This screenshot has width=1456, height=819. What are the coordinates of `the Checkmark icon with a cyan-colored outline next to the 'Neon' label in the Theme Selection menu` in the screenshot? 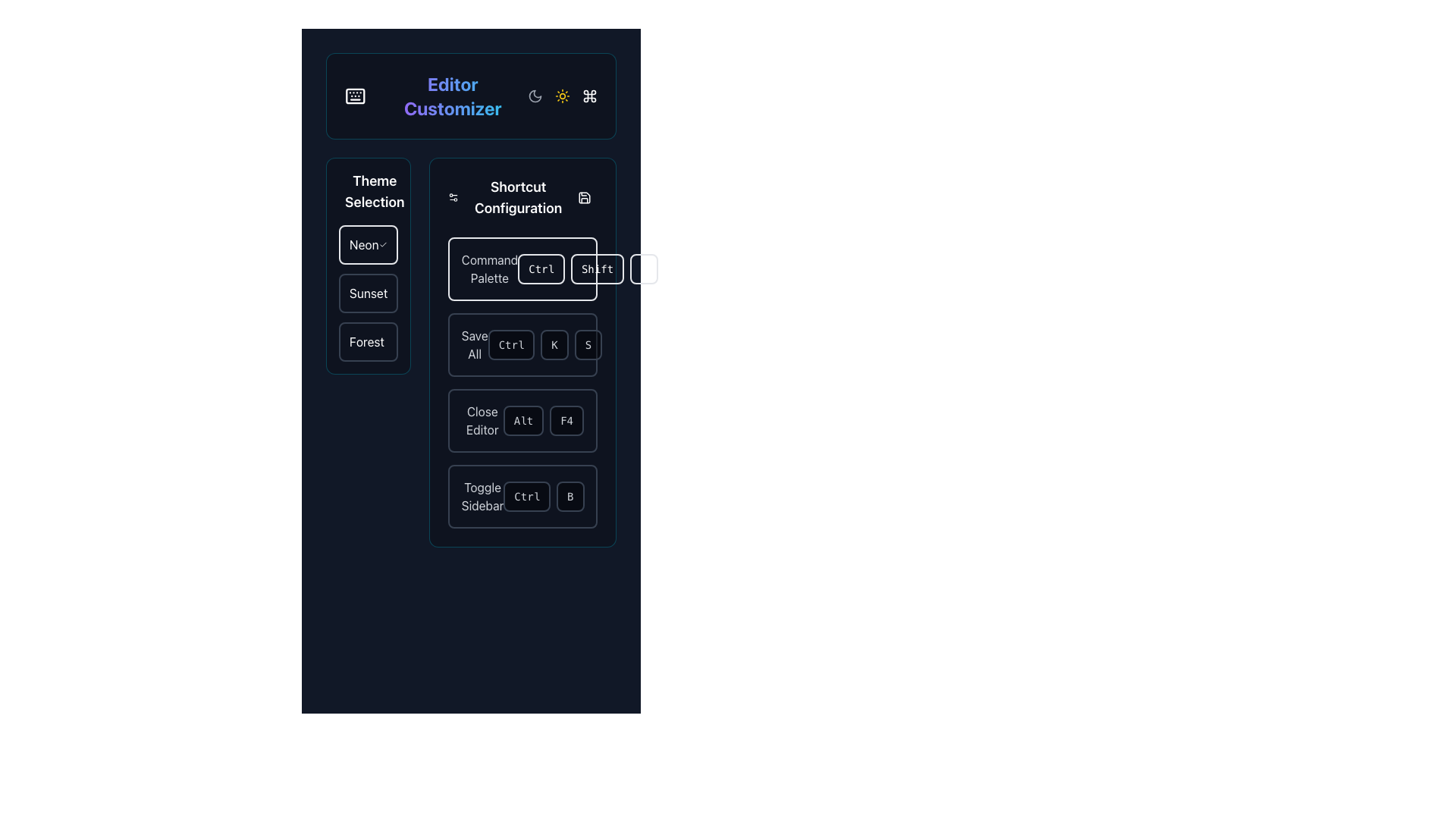 It's located at (383, 244).